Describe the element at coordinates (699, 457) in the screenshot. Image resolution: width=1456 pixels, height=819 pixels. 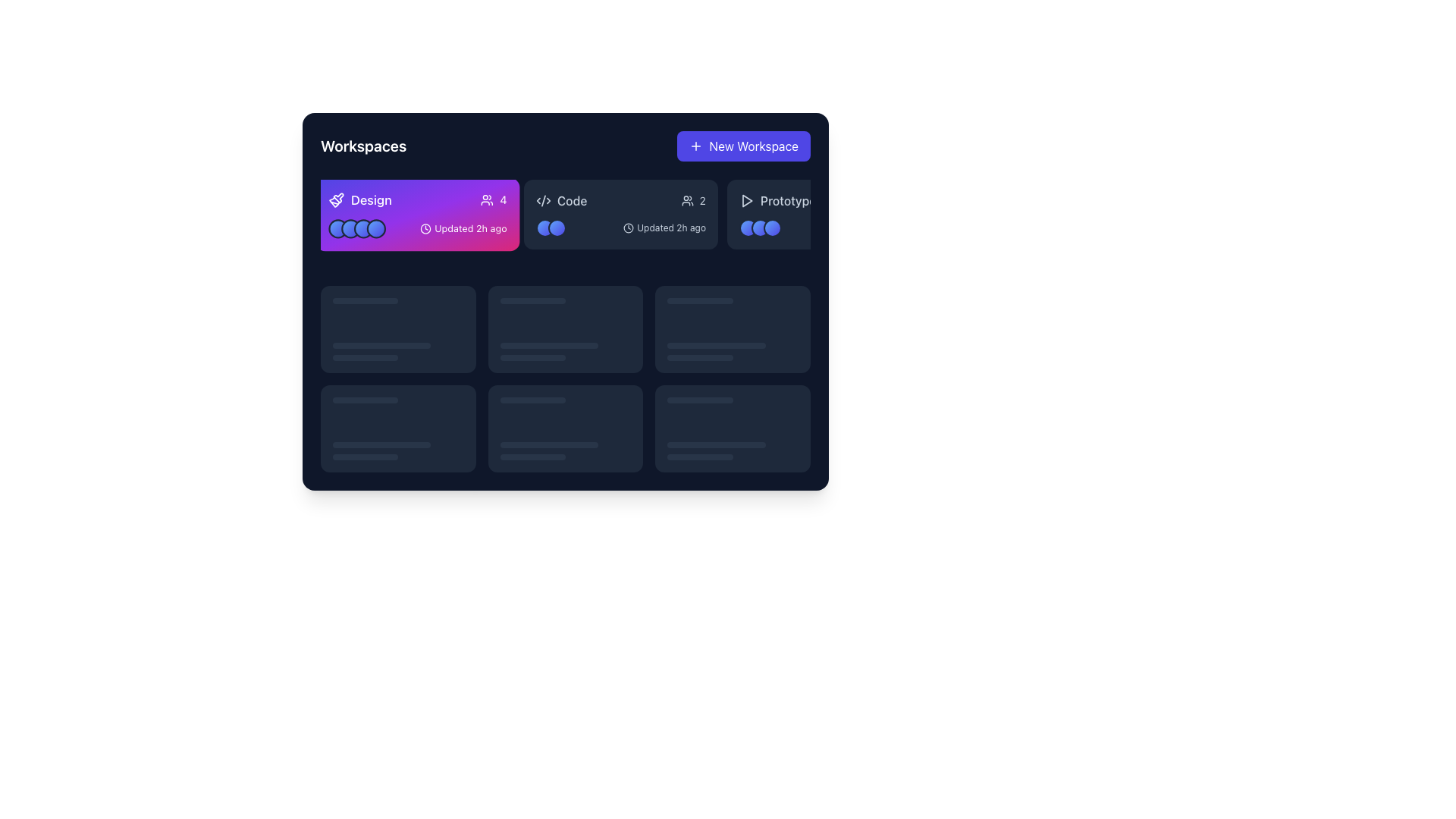
I see `the narrow horizontal progress bar with rounded corners, styled in dark slate color, located in the bottom section of a rectangular card towards the lower-right corner of the interface` at that location.